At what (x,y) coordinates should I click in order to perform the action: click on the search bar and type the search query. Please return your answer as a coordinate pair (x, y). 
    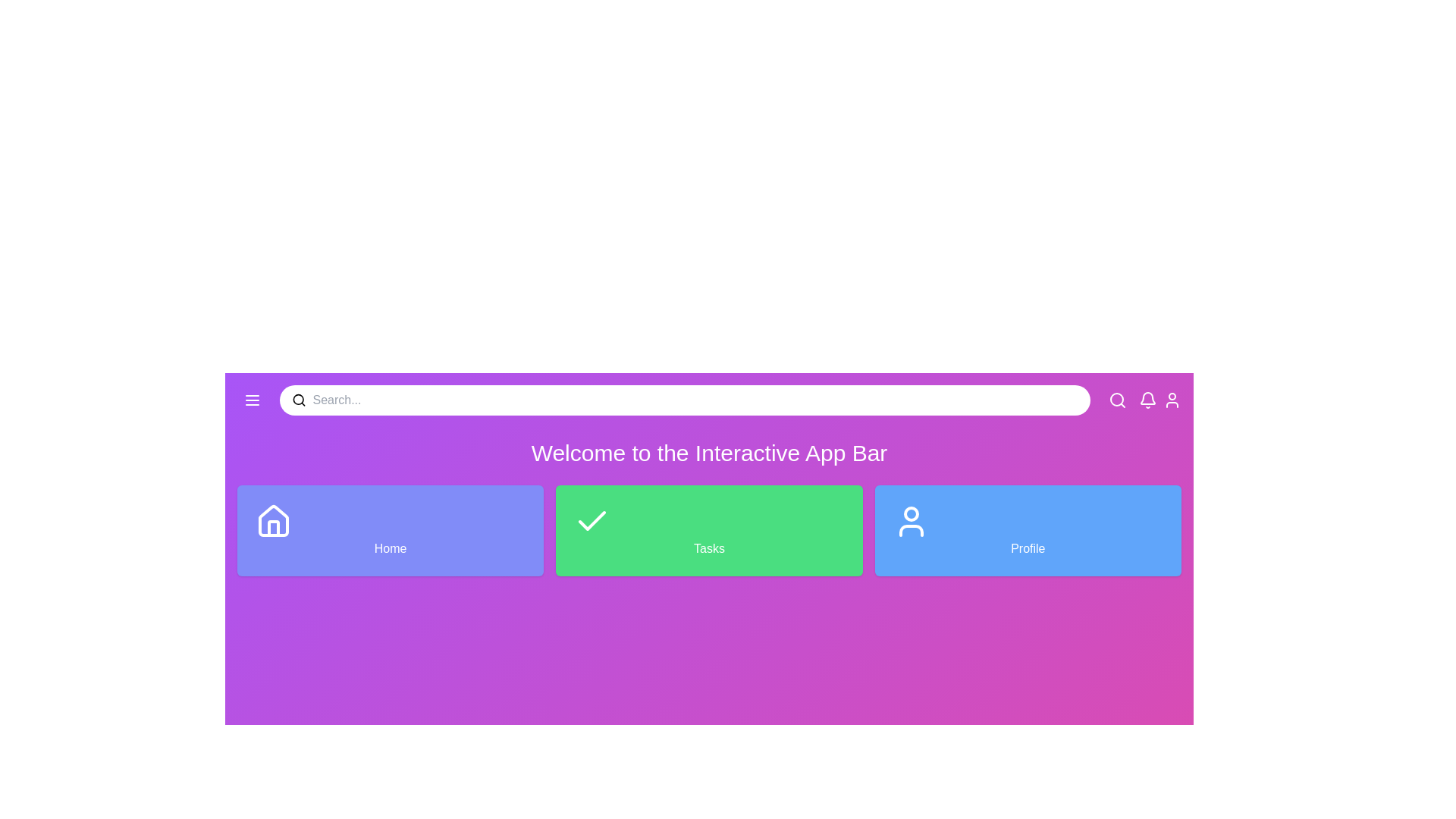
    Looking at the image, I should click on (694, 400).